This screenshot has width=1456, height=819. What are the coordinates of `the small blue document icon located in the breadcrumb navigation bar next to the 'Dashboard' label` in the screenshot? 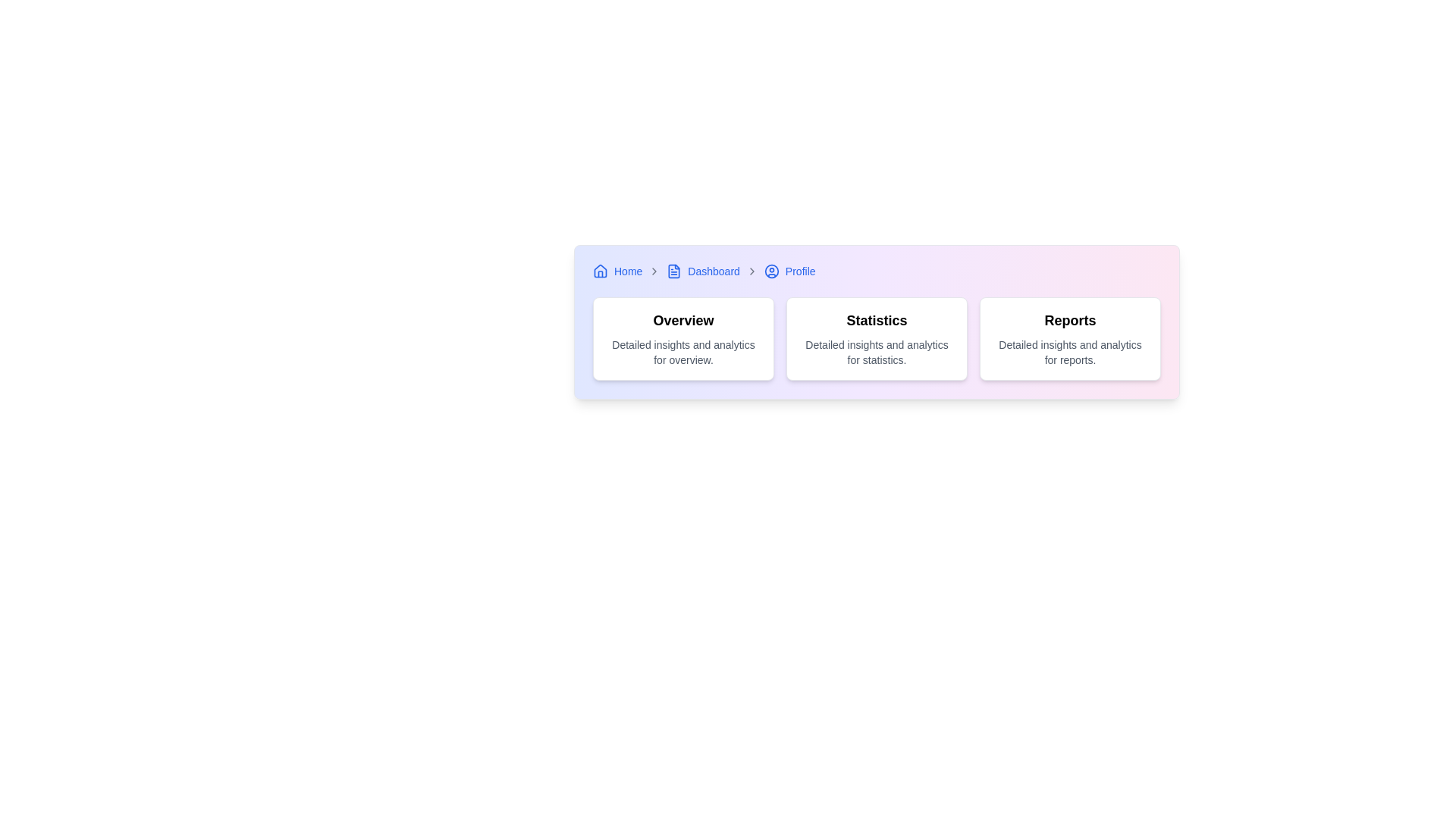 It's located at (673, 271).